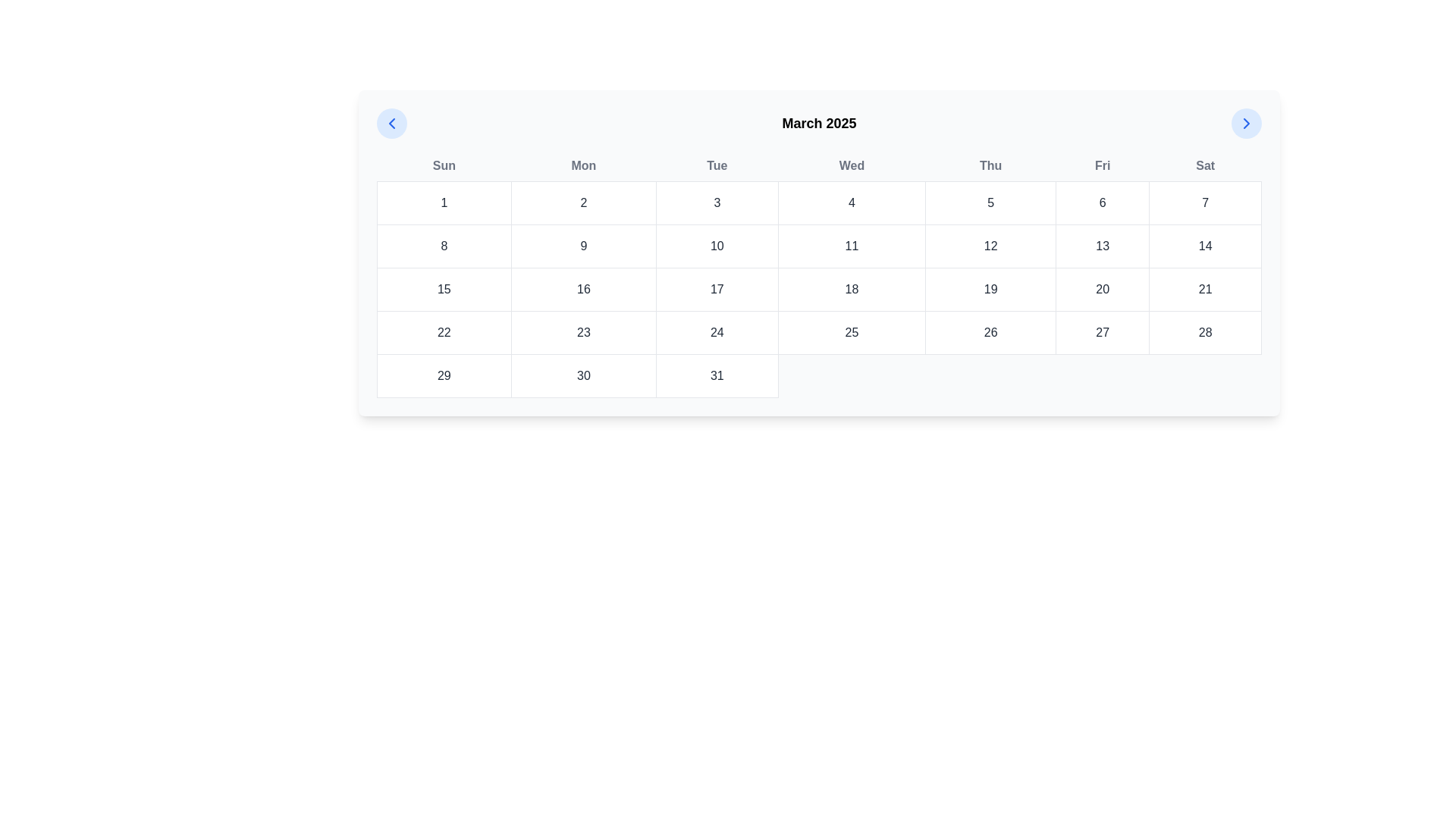 The width and height of the screenshot is (1456, 819). What do you see at coordinates (443, 375) in the screenshot?
I see `the clickable calendar date cell element displaying the number '29' to observe its hover effects` at bounding box center [443, 375].